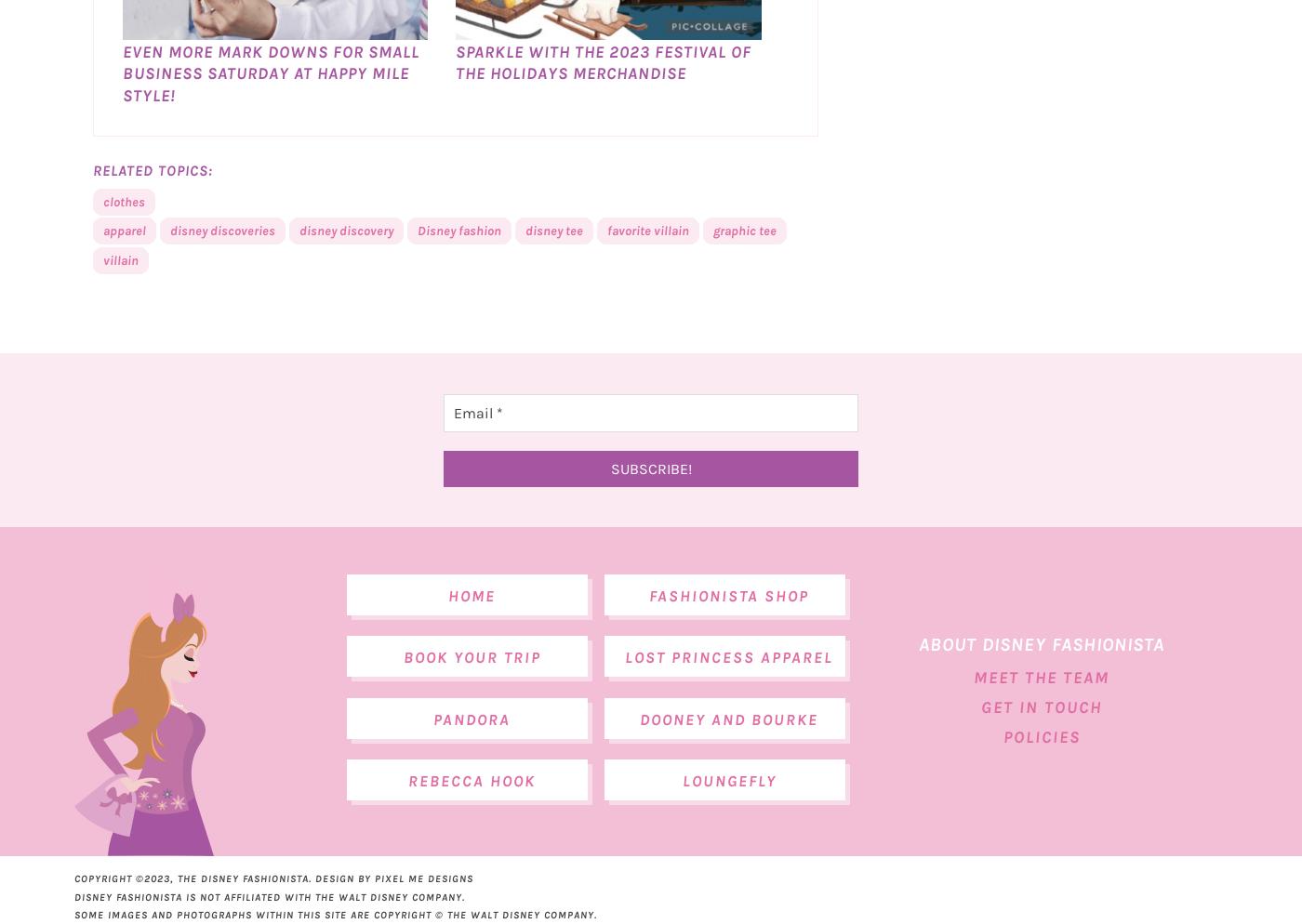 The height and width of the screenshot is (924, 1302). I want to click on 'Dooney and Bourke', so click(729, 759).